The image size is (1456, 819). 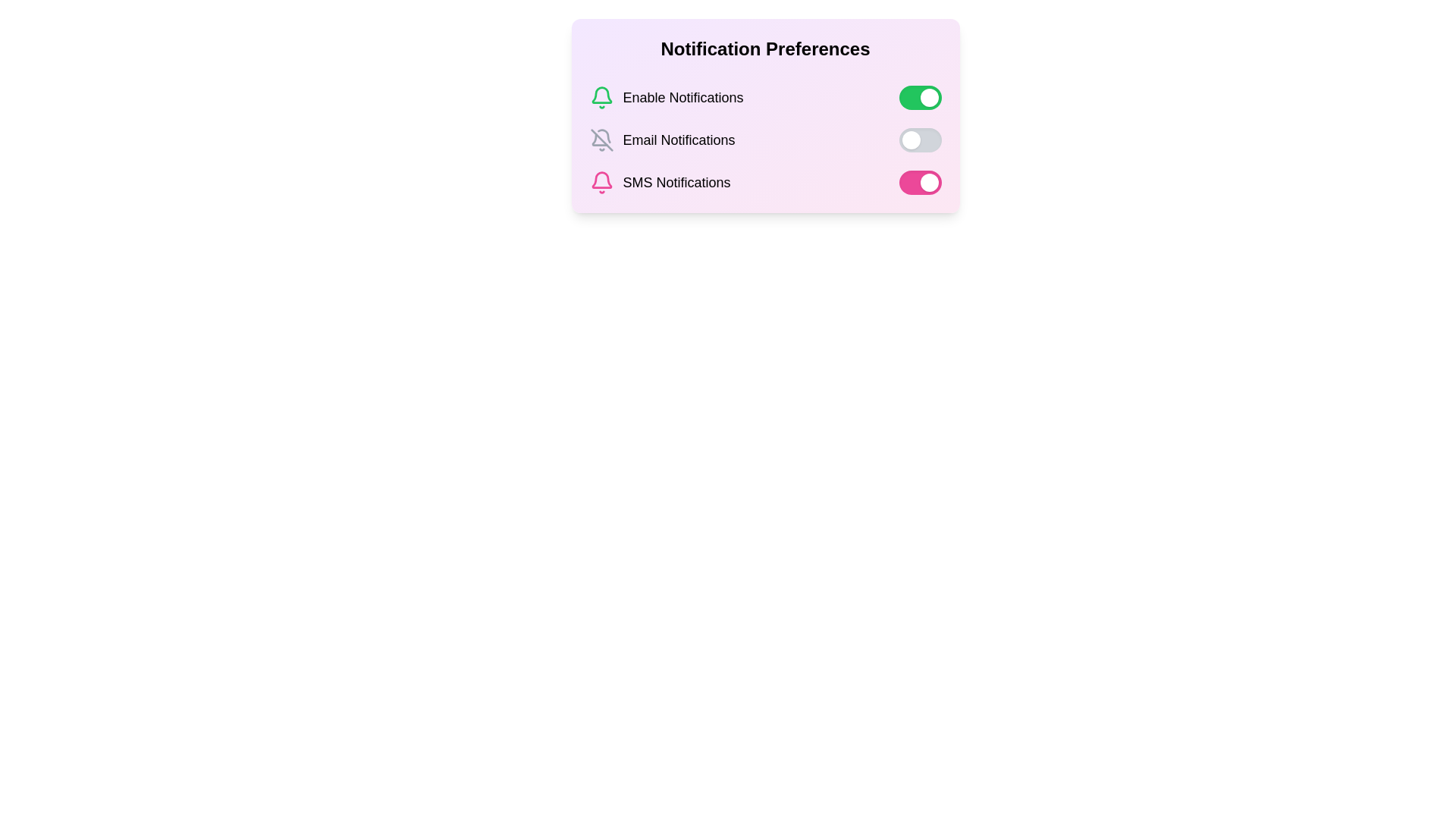 I want to click on text 'Email Notifications' which is displayed adjacent to a crossed-out bell icon in the second row of notification preferences, so click(x=662, y=140).